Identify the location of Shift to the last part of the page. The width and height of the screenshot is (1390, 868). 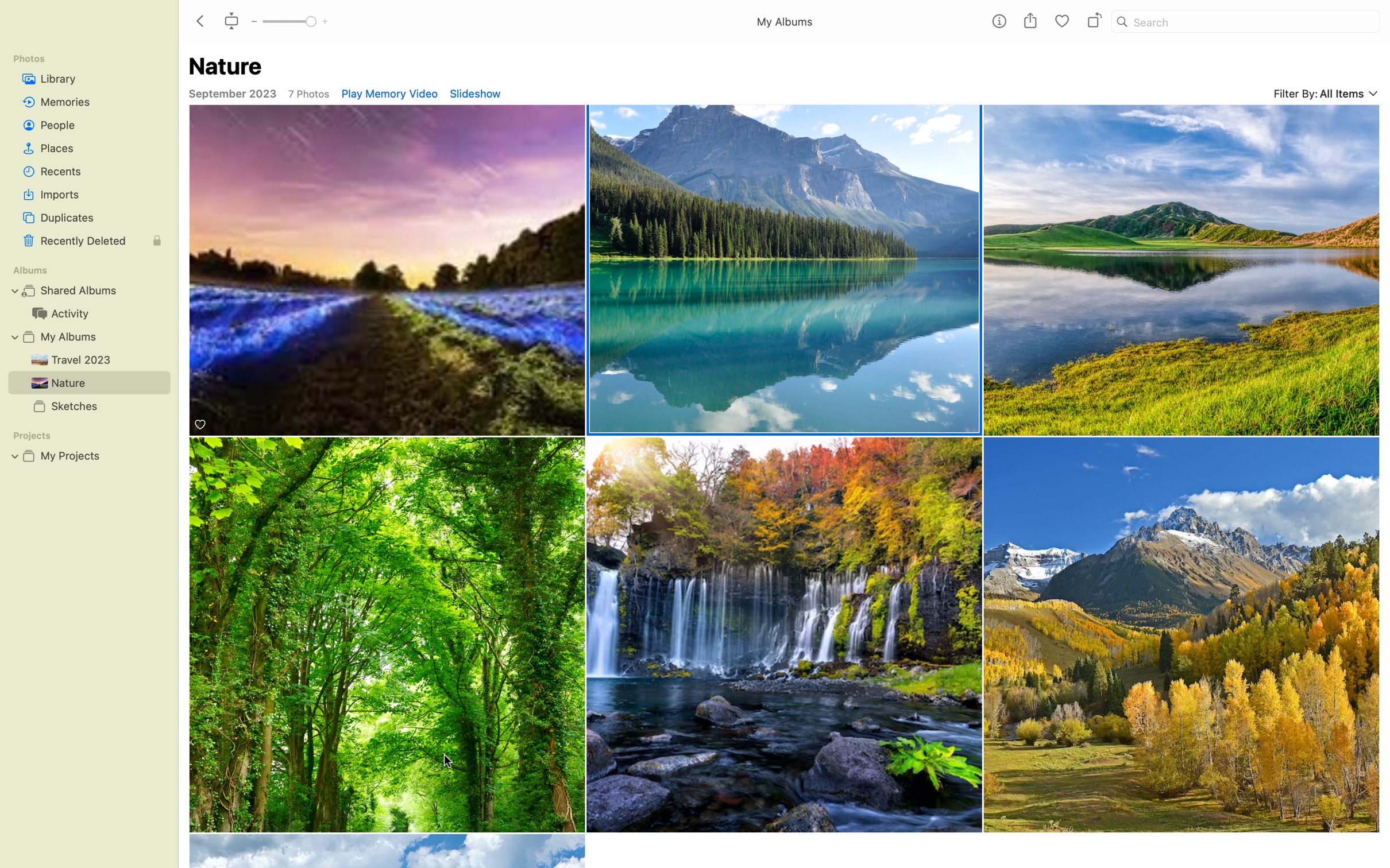
(2639610, 1022504).